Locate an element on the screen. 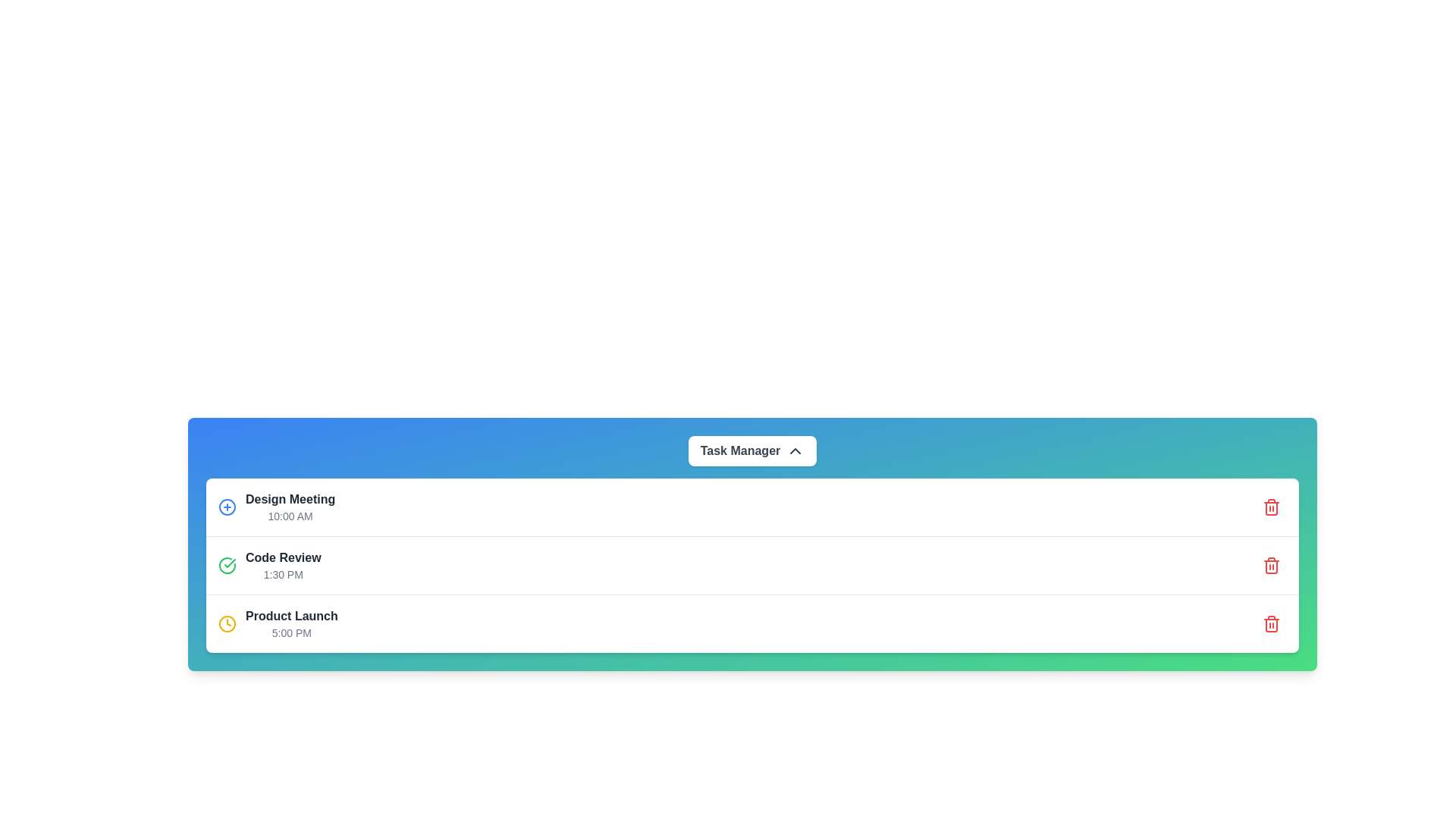 The width and height of the screenshot is (1456, 819). the toggle button for revealing or hiding options associated with 'Task Manager', located near the top of a gradient background component transitioning from blue to green is located at coordinates (752, 450).